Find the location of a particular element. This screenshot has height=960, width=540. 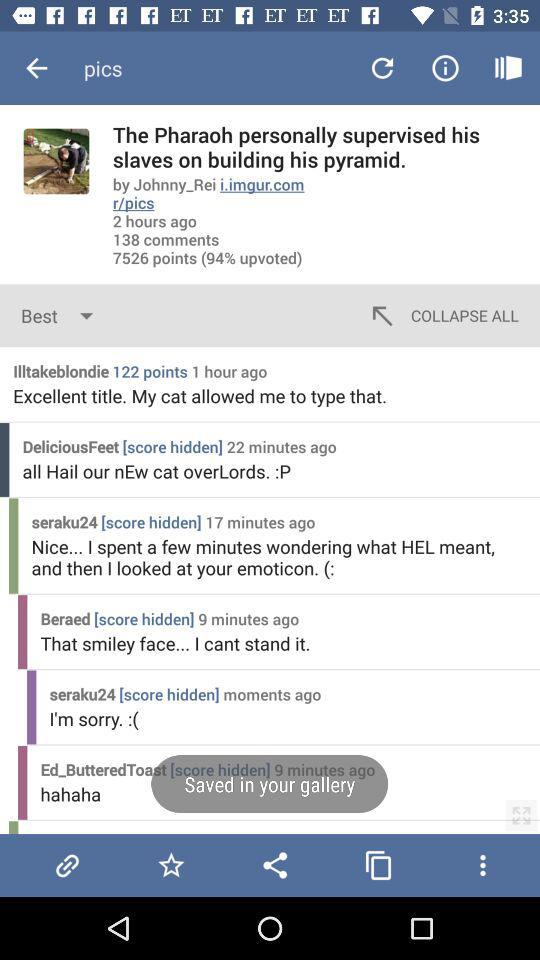

icon next to the pics icon is located at coordinates (36, 68).